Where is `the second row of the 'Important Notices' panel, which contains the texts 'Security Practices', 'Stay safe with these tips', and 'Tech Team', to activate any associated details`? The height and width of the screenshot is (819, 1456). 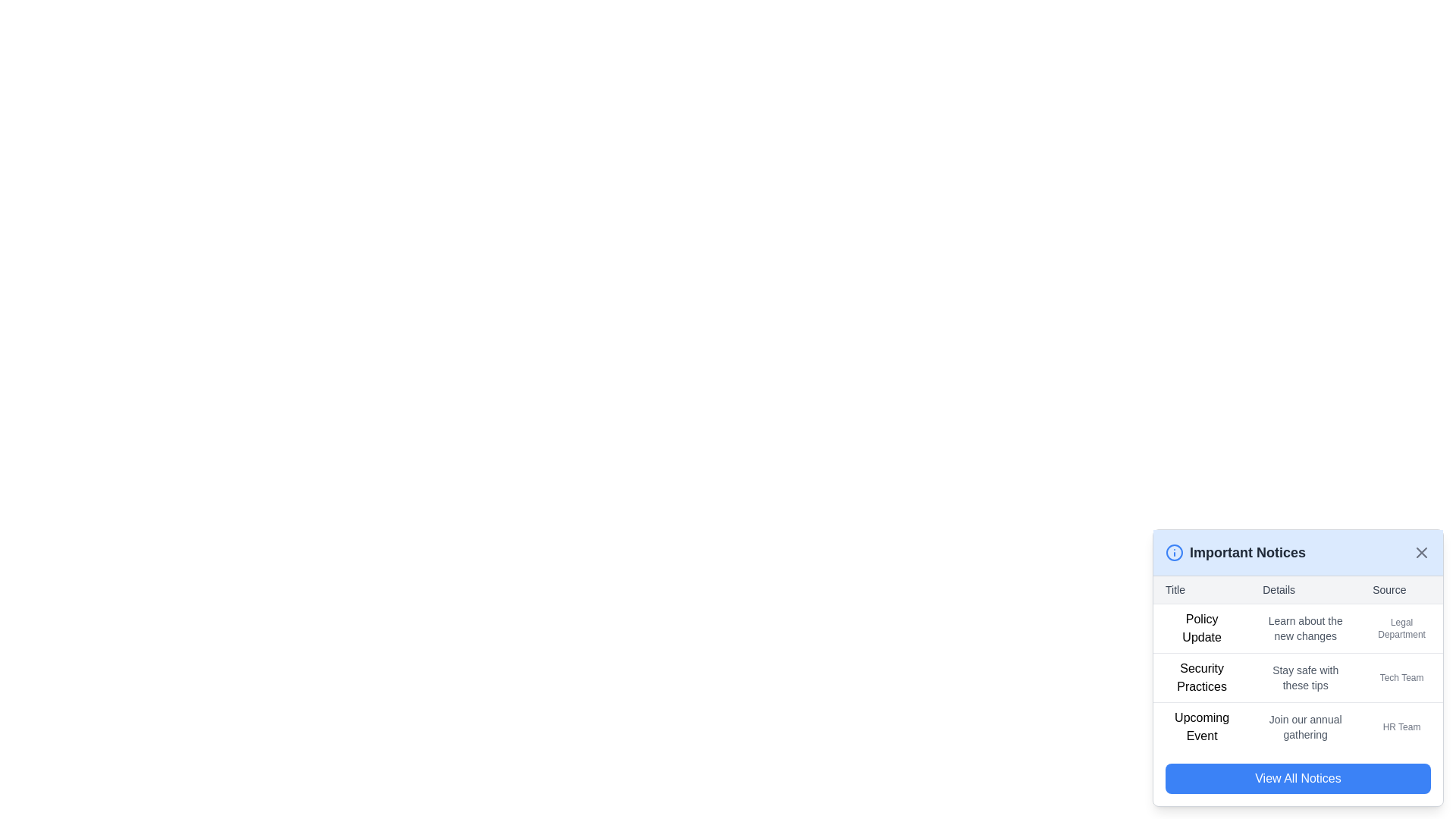
the second row of the 'Important Notices' panel, which contains the texts 'Security Practices', 'Stay safe with these tips', and 'Tech Team', to activate any associated details is located at coordinates (1298, 677).